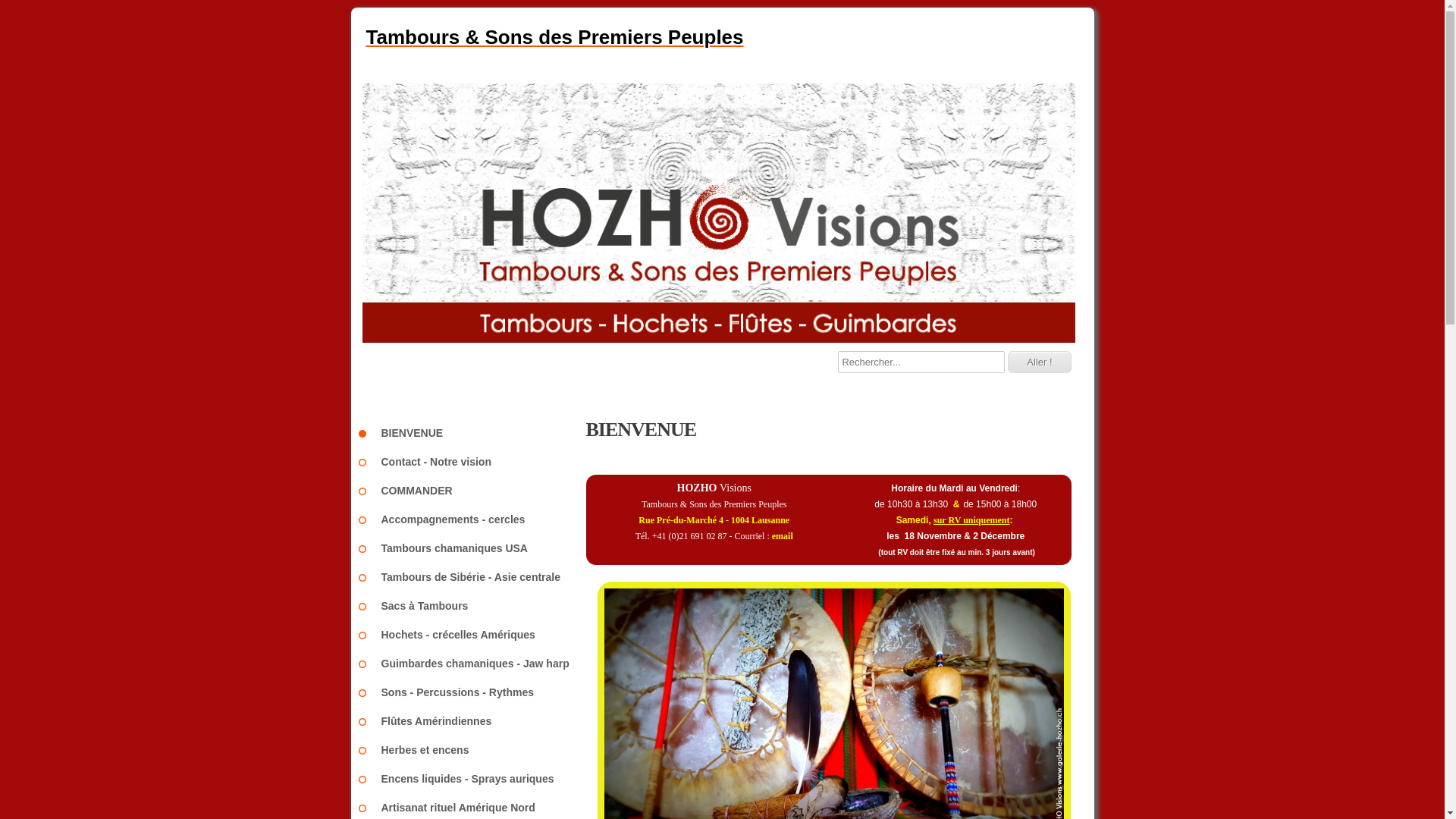 The image size is (1456, 819). What do you see at coordinates (471, 748) in the screenshot?
I see `'Herbes et encens'` at bounding box center [471, 748].